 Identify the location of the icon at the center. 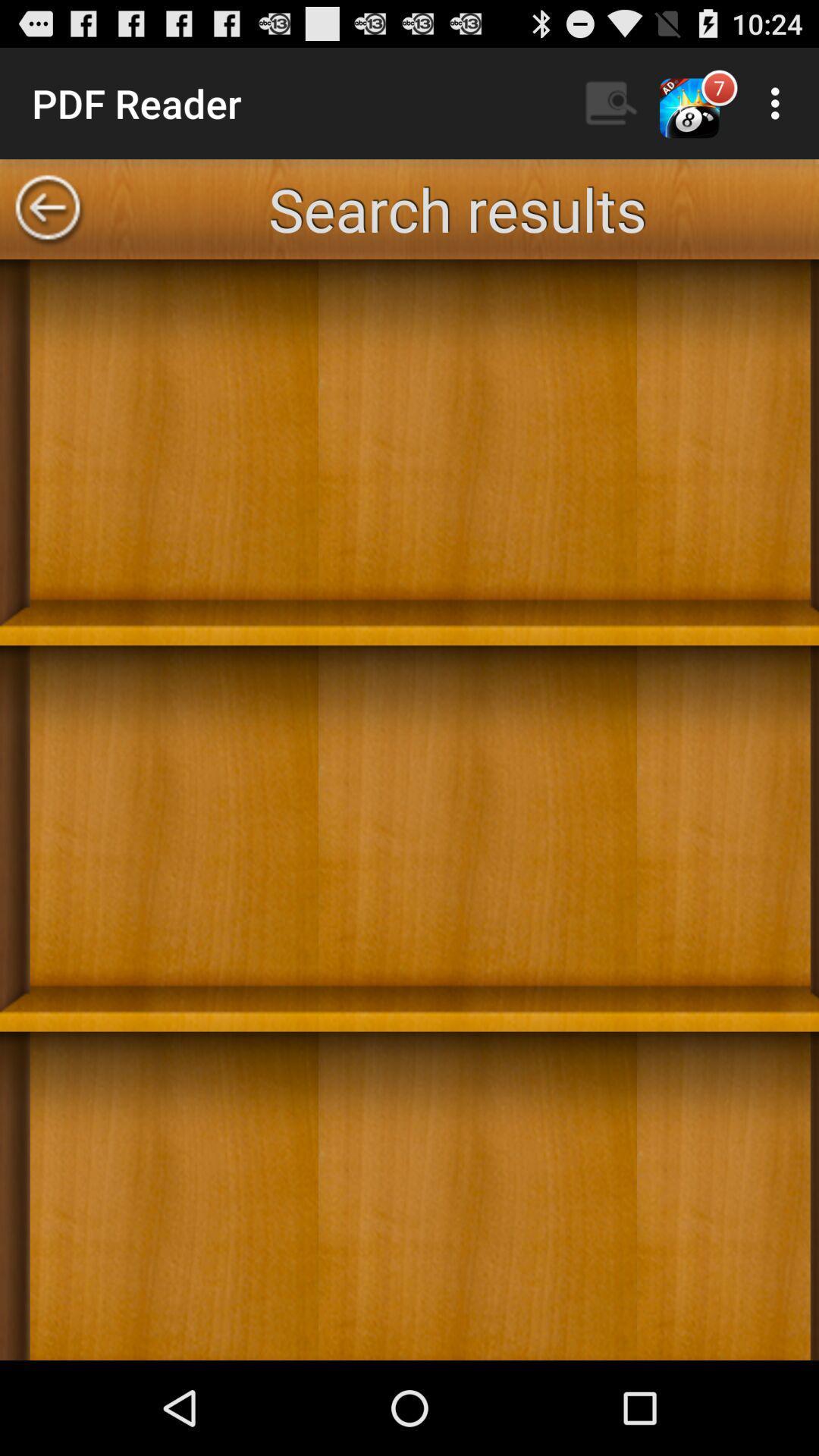
(409, 808).